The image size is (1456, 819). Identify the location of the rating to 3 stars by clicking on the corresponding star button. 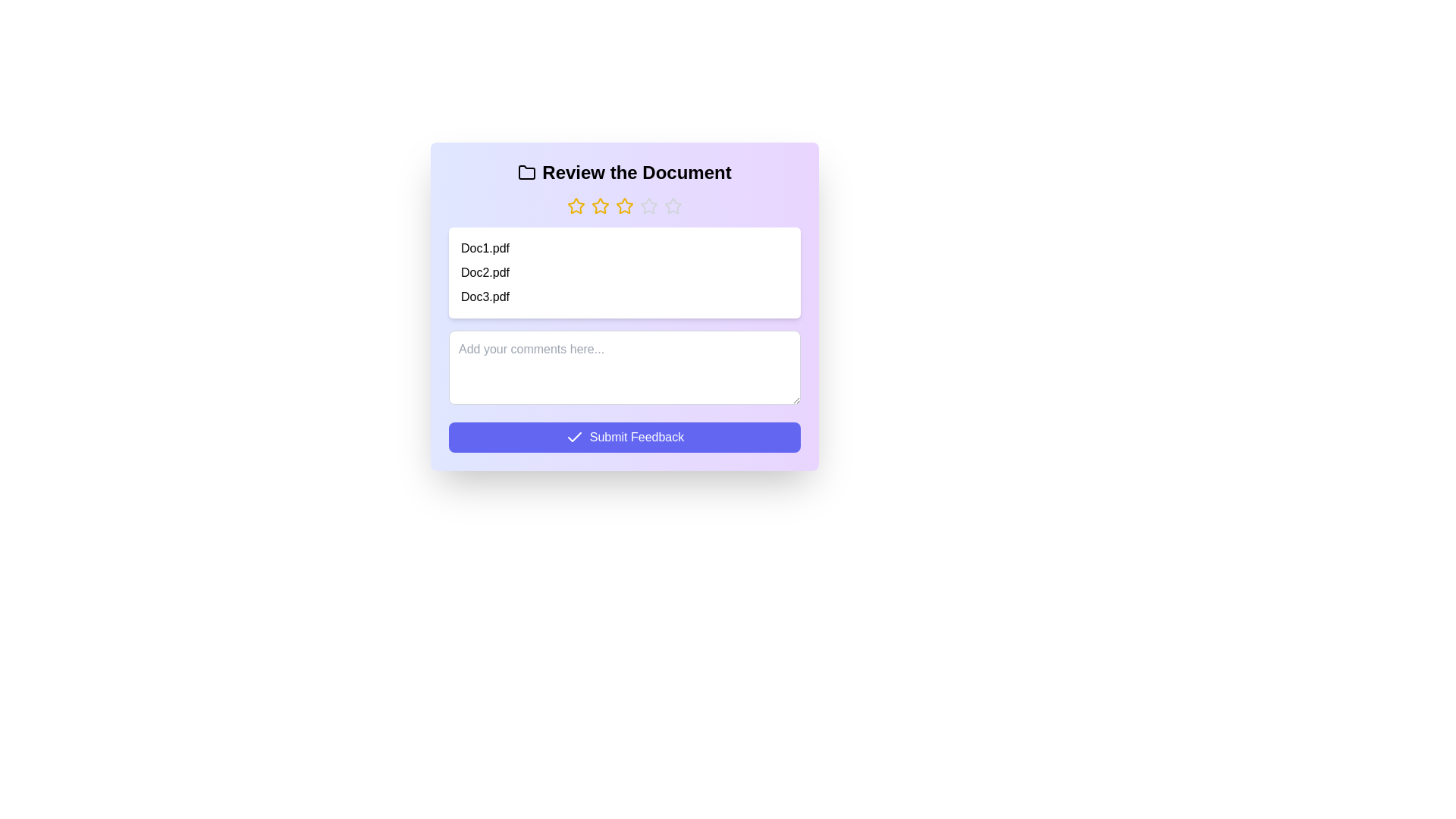
(625, 206).